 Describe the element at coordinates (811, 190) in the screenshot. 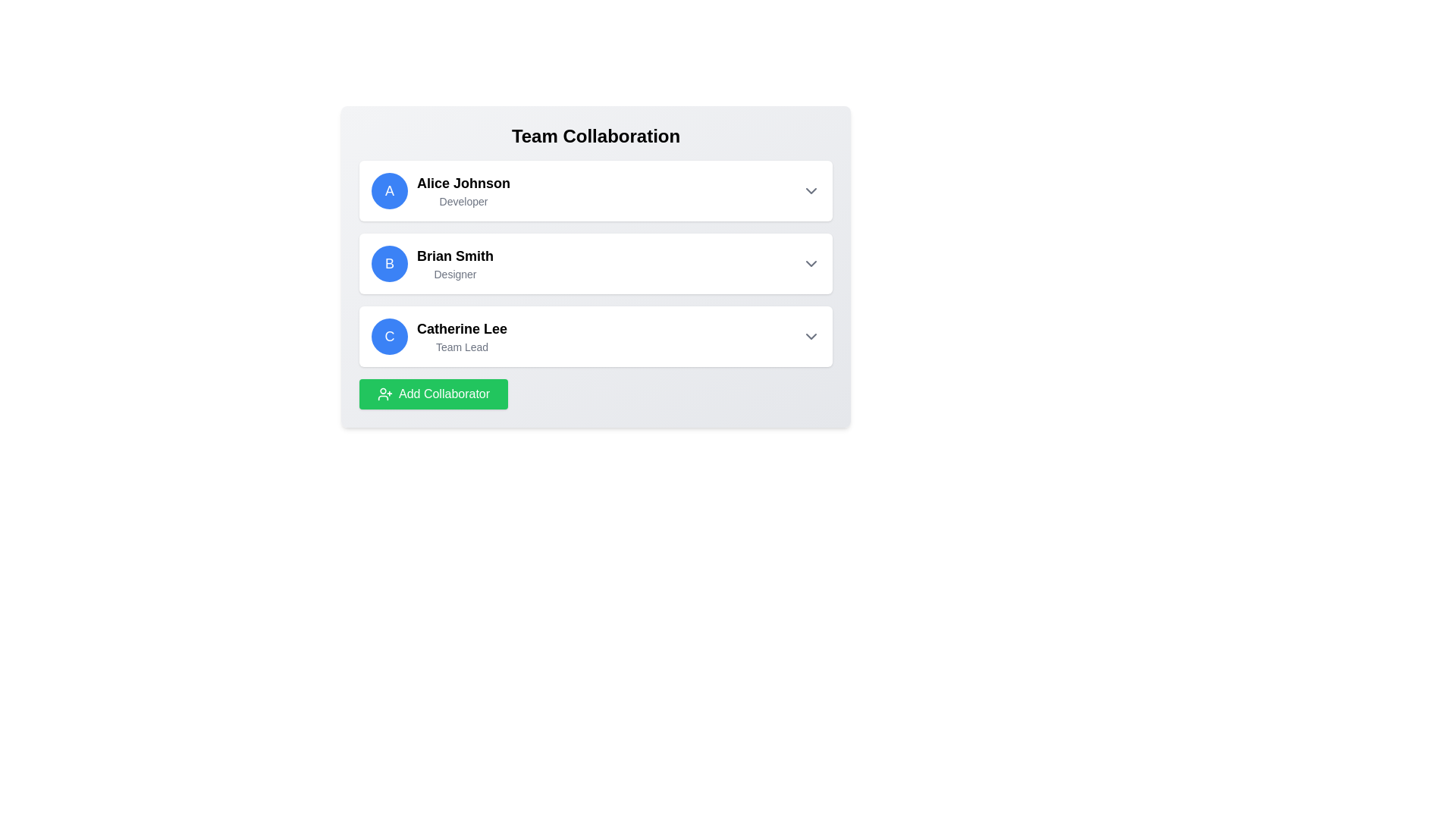

I see `the downward-facing chevron icon` at that location.